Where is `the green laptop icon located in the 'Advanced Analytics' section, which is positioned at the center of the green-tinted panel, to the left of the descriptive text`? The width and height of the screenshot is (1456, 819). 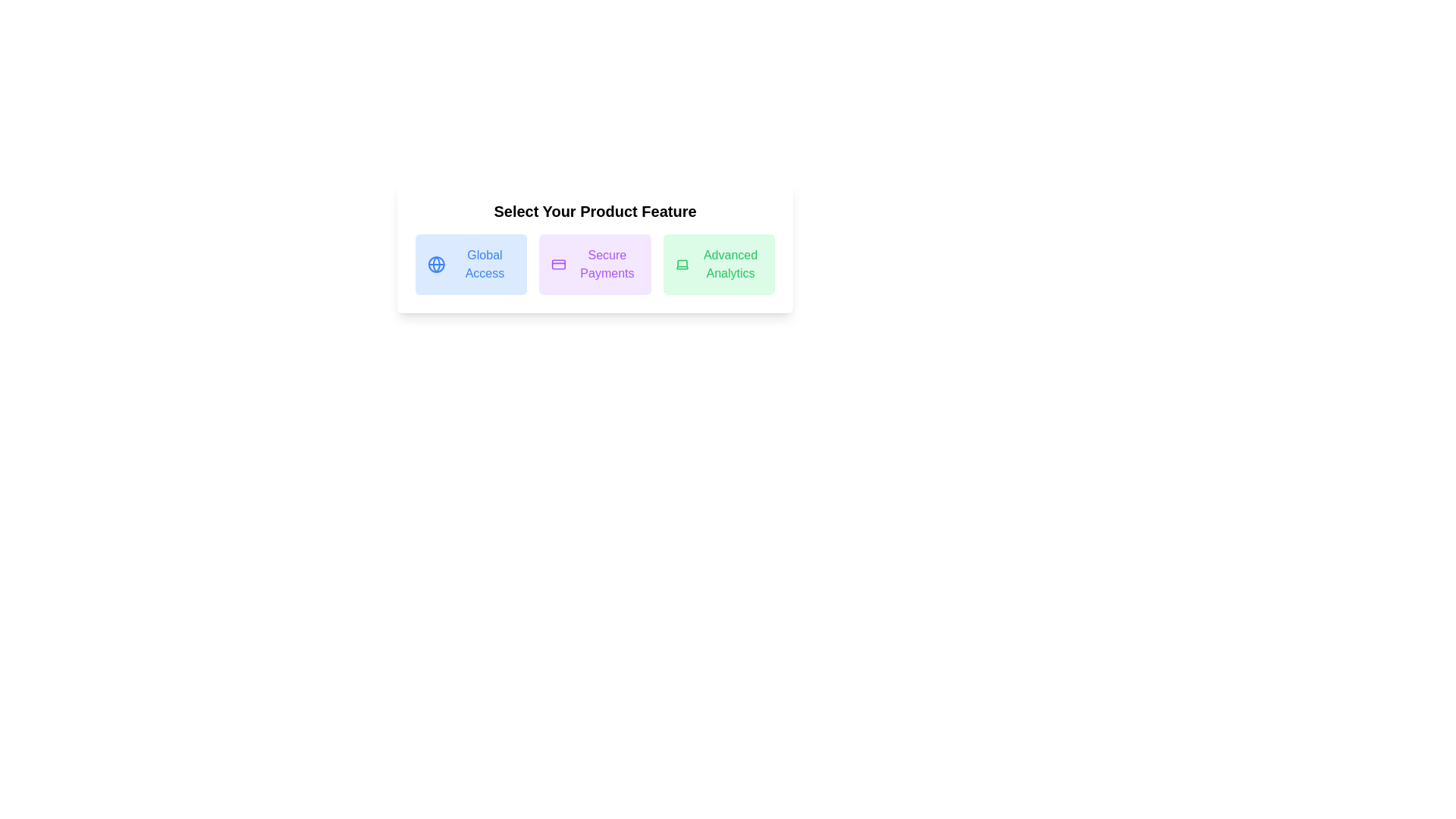
the green laptop icon located in the 'Advanced Analytics' section, which is positioned at the center of the green-tinted panel, to the left of the descriptive text is located at coordinates (681, 263).